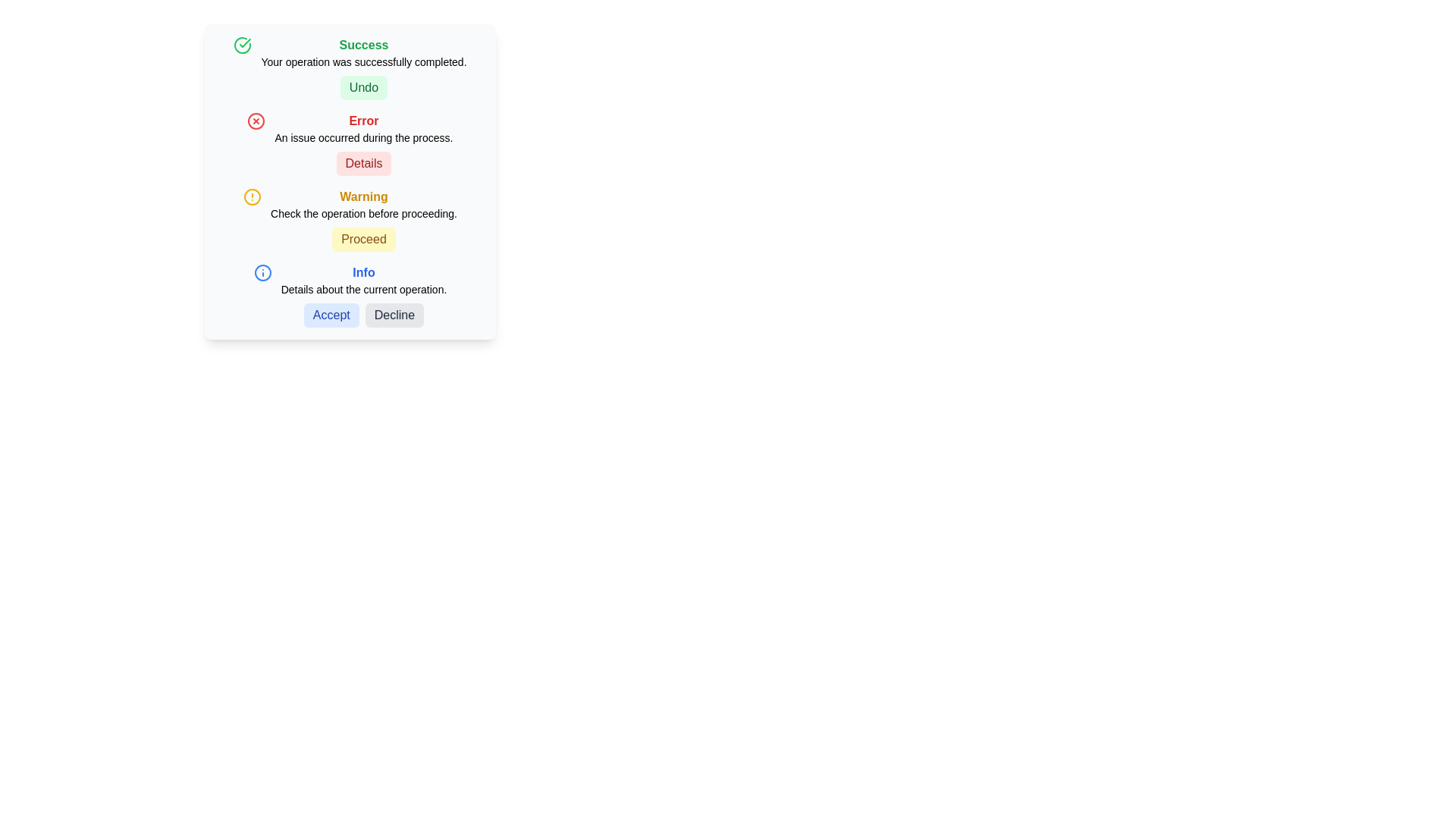 This screenshot has width=1456, height=819. Describe the element at coordinates (364, 289) in the screenshot. I see `the static text element that reads 'Details about the current operation', located below the 'Info' header and above the 'Accept' and 'Decline' buttons` at that location.